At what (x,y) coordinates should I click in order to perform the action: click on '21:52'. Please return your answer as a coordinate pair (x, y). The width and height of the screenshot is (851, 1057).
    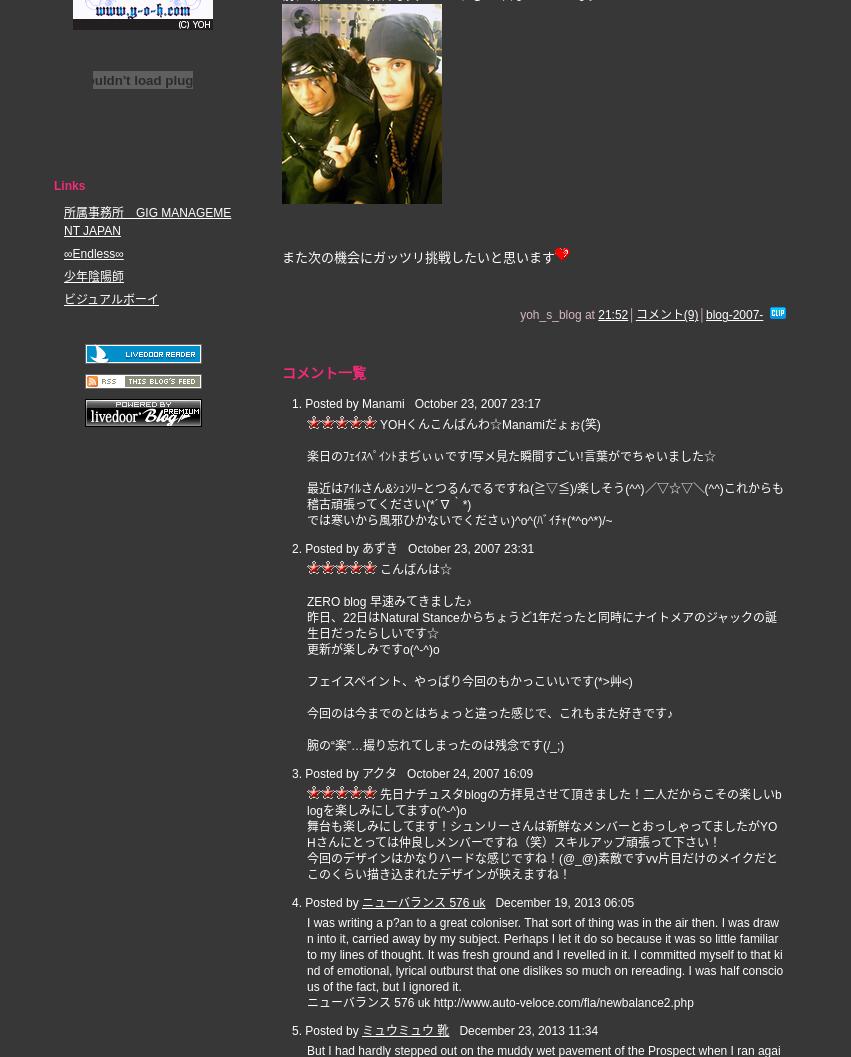
    Looking at the image, I should click on (612, 314).